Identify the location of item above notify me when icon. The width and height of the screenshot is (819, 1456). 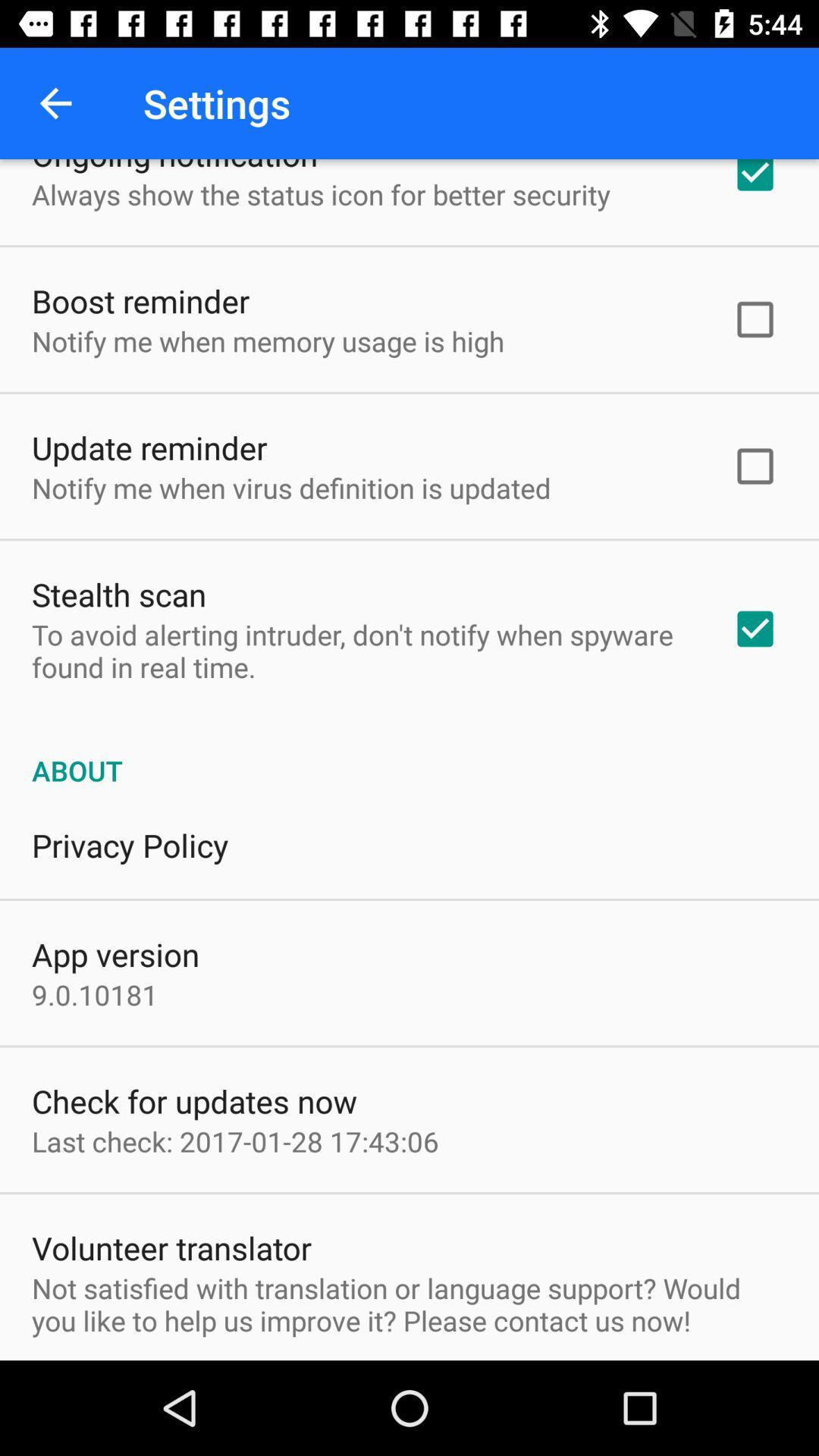
(149, 447).